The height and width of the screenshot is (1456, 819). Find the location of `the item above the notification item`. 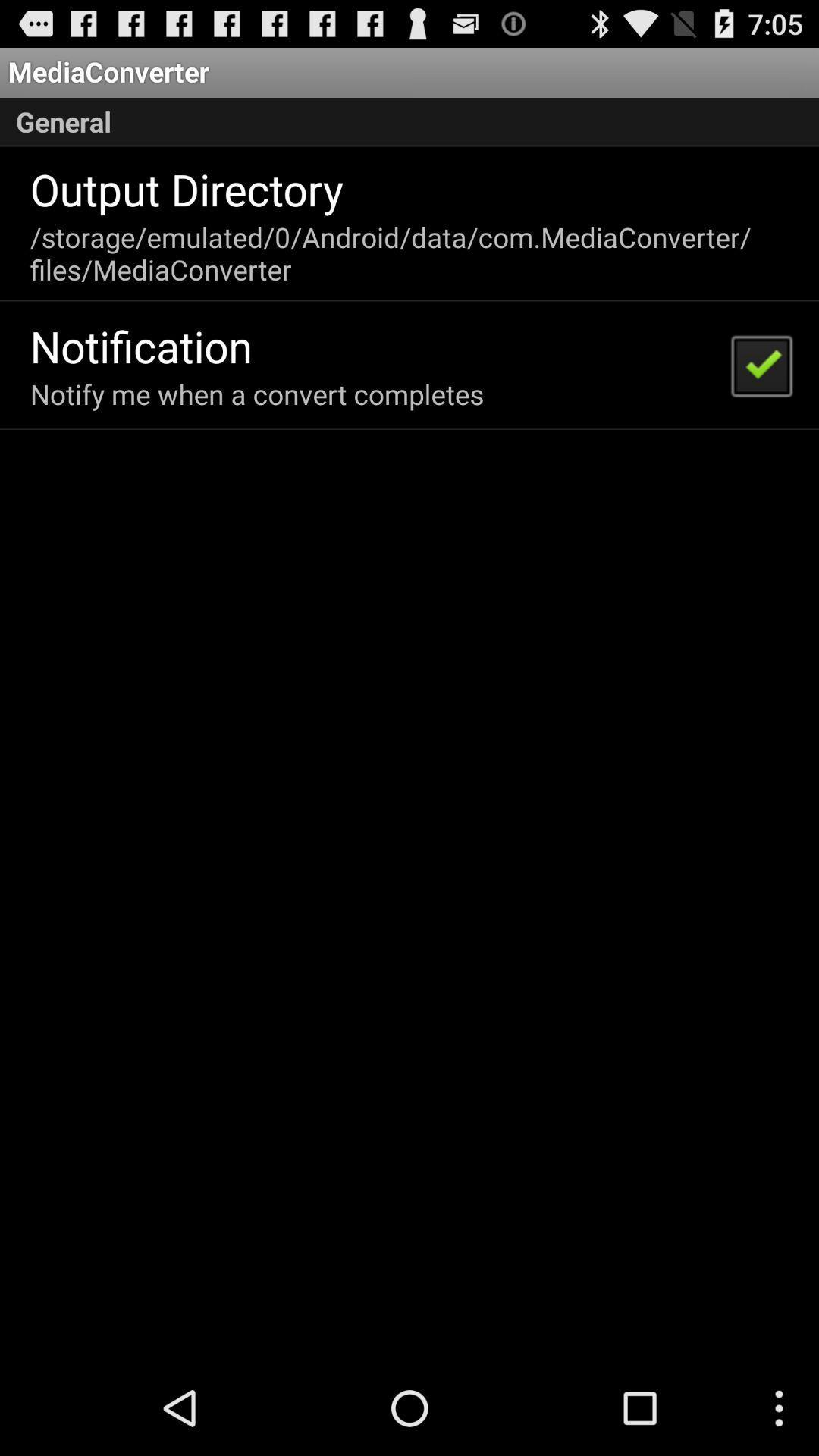

the item above the notification item is located at coordinates (407, 253).